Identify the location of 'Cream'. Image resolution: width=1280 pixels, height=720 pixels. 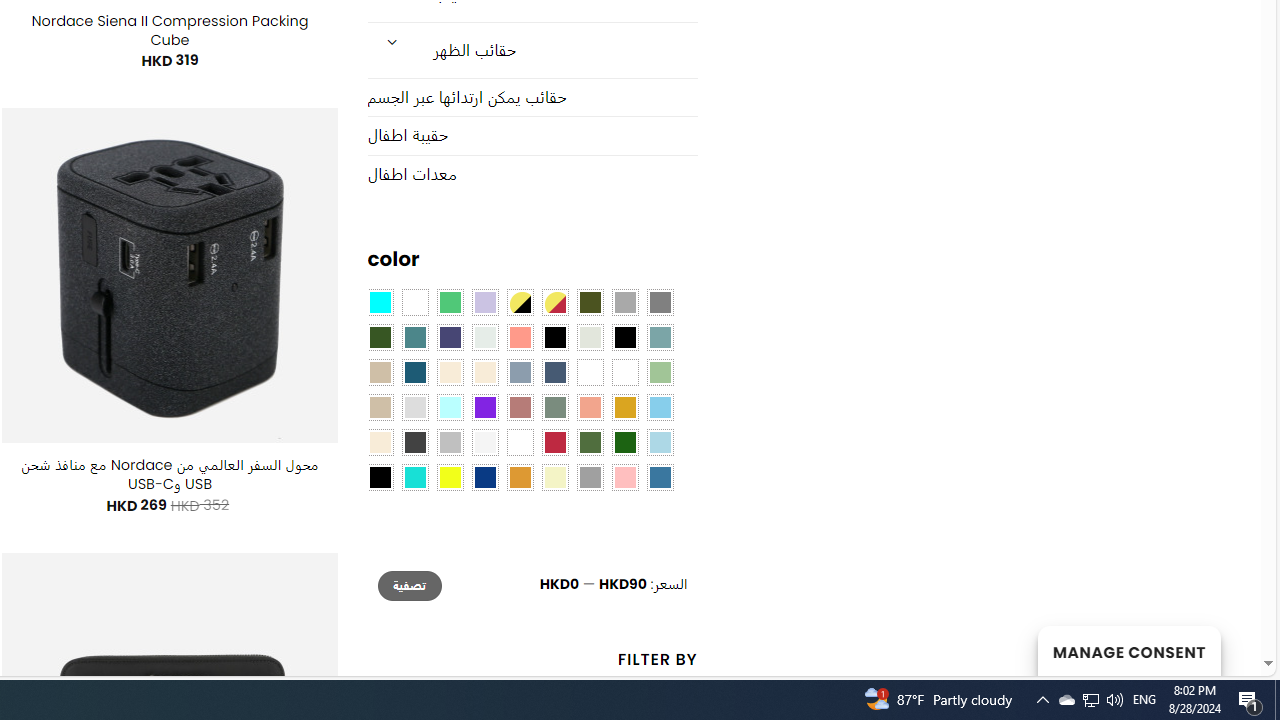
(485, 372).